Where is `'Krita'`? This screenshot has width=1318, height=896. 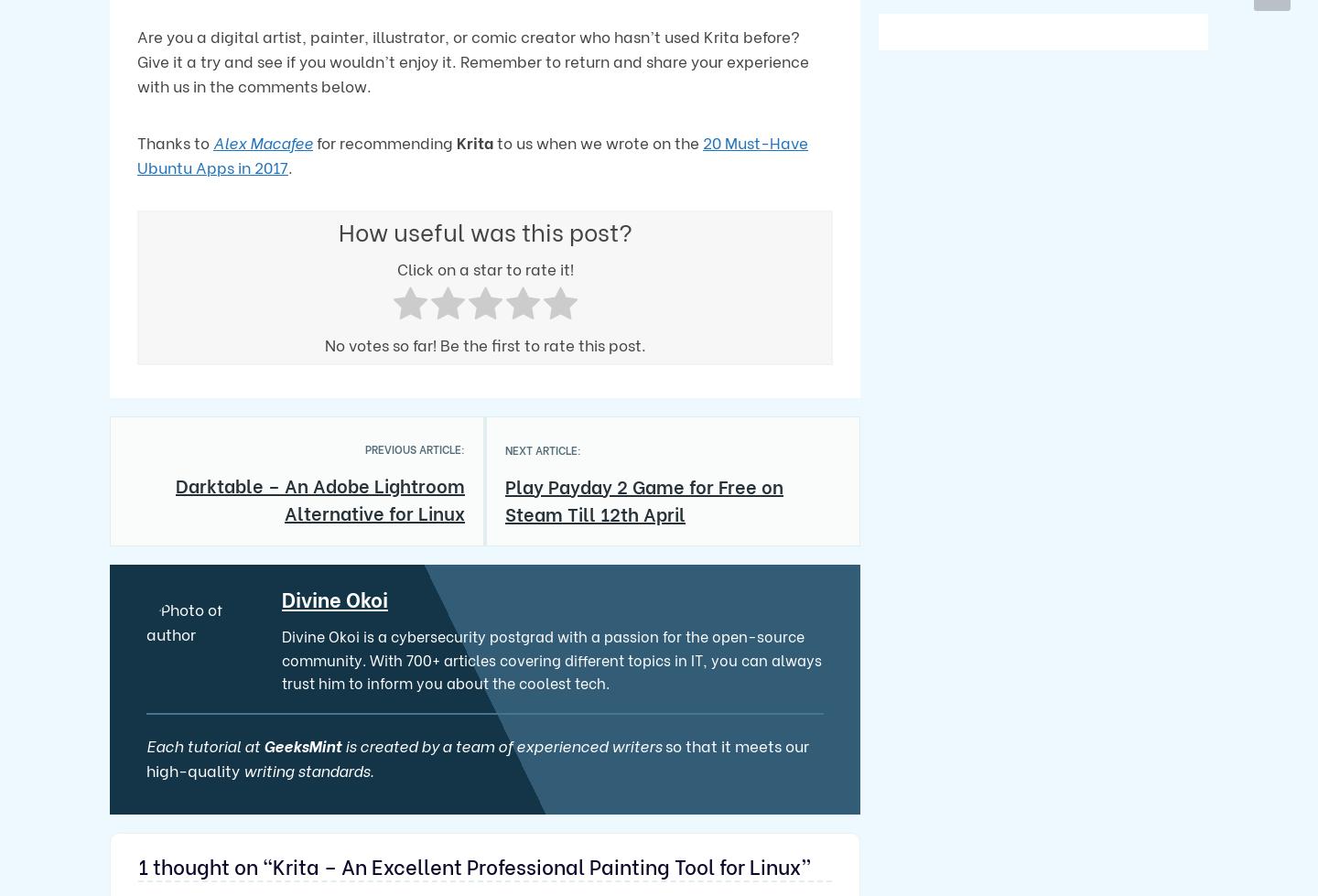
'Krita' is located at coordinates (473, 141).